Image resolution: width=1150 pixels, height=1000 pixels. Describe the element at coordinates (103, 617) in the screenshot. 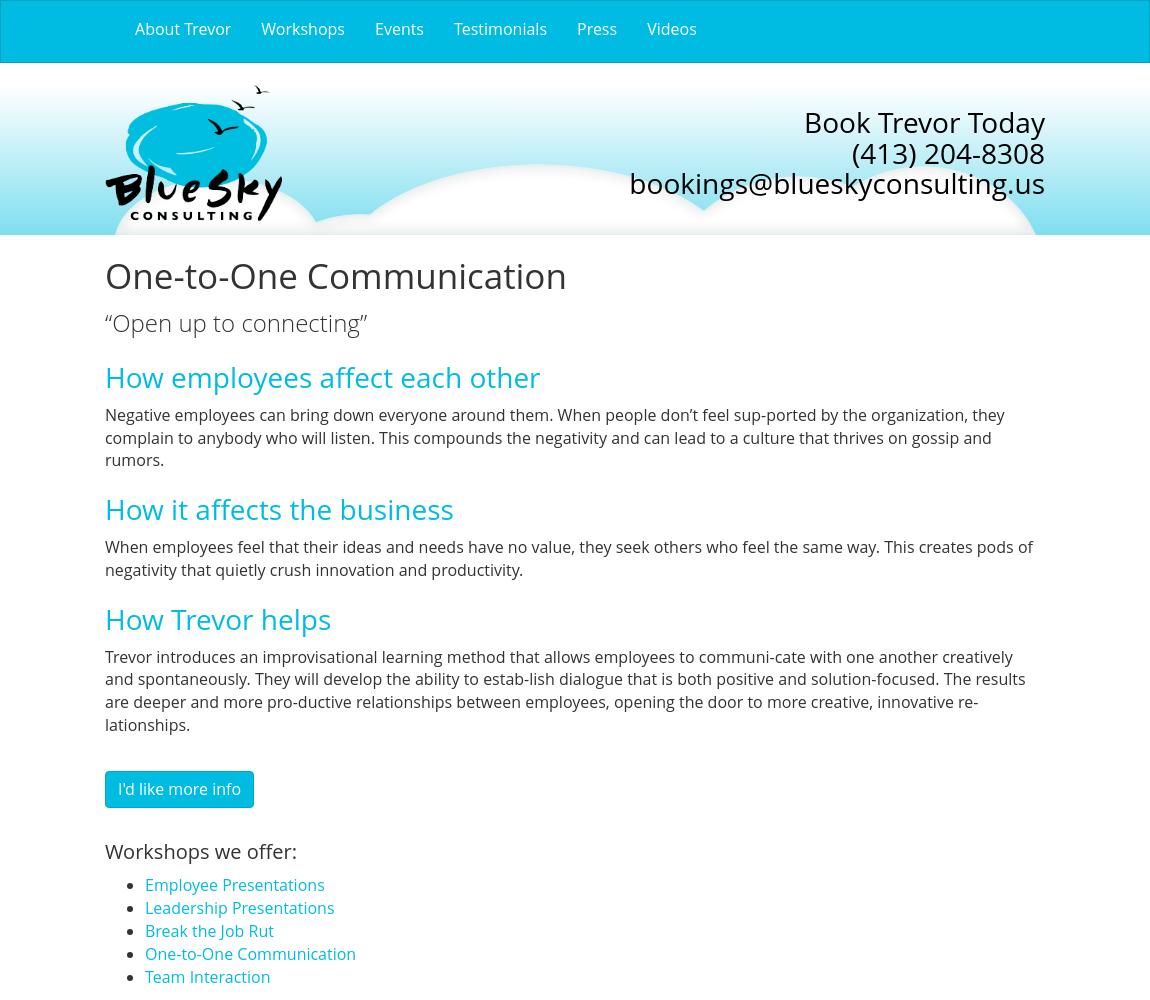

I see `'How Trevor helps'` at that location.